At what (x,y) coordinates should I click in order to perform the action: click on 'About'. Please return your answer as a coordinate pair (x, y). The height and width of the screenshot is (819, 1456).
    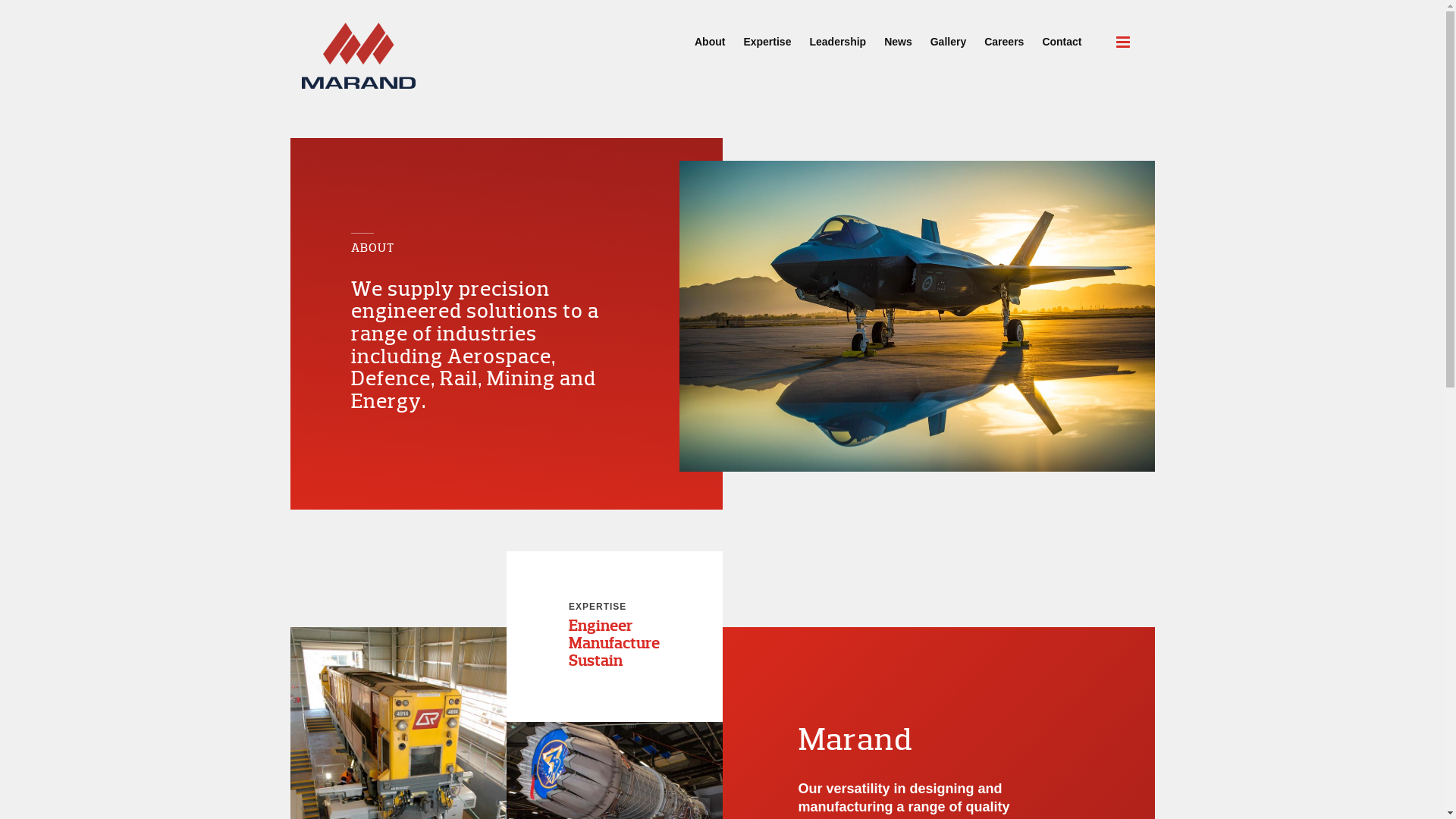
    Looking at the image, I should click on (709, 34).